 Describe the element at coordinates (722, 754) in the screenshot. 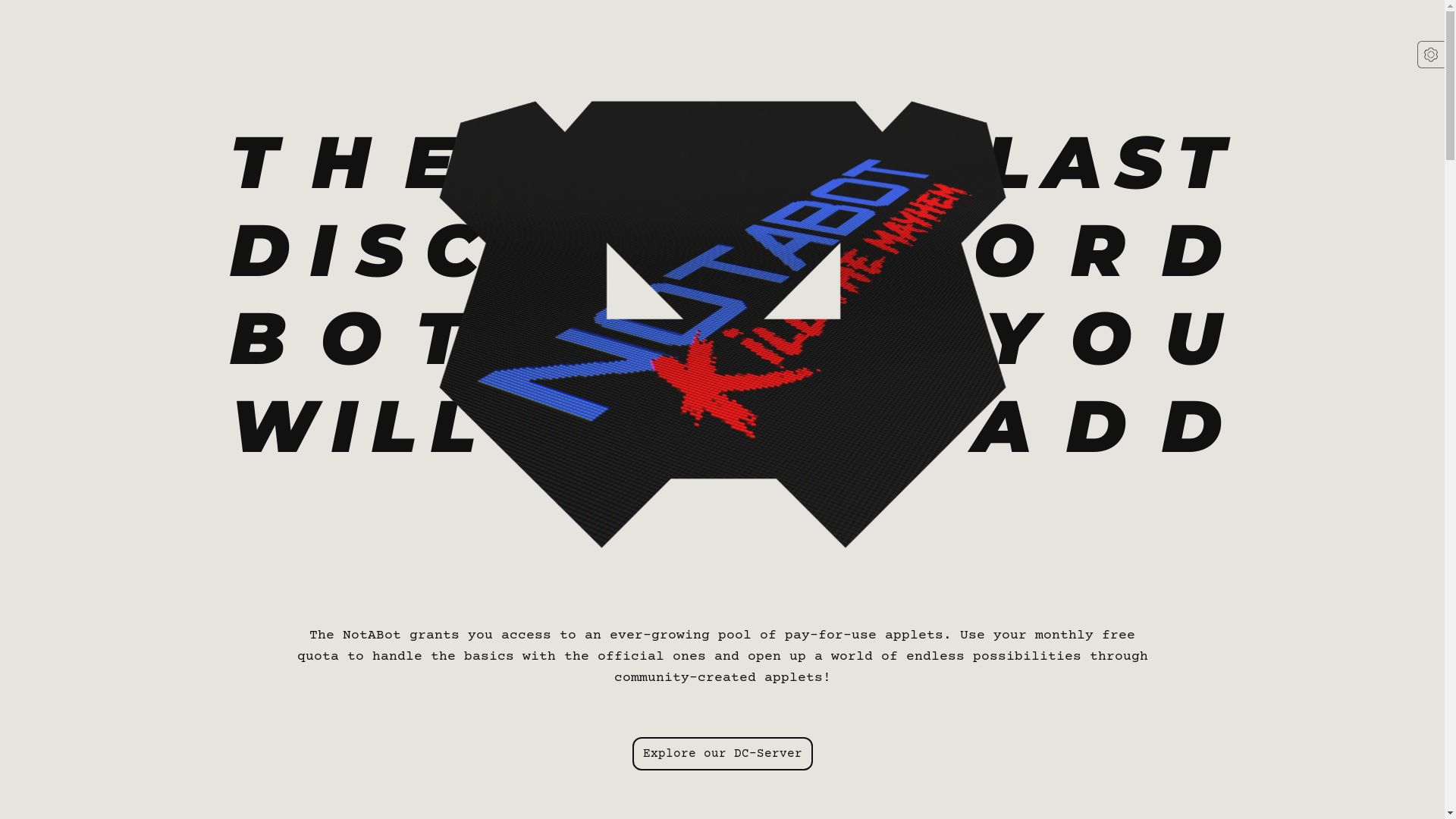

I see `'Explore our DC-Server'` at that location.